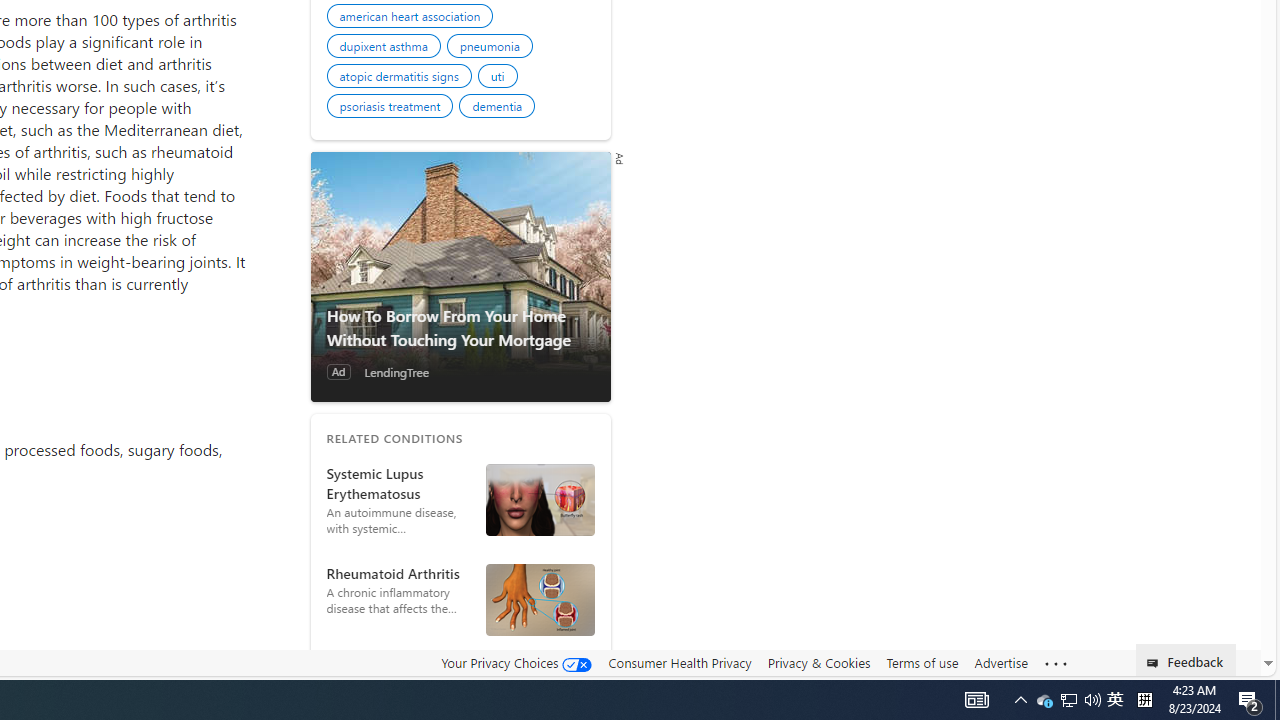  I want to click on 'atopic dermatitis signs', so click(400, 78).